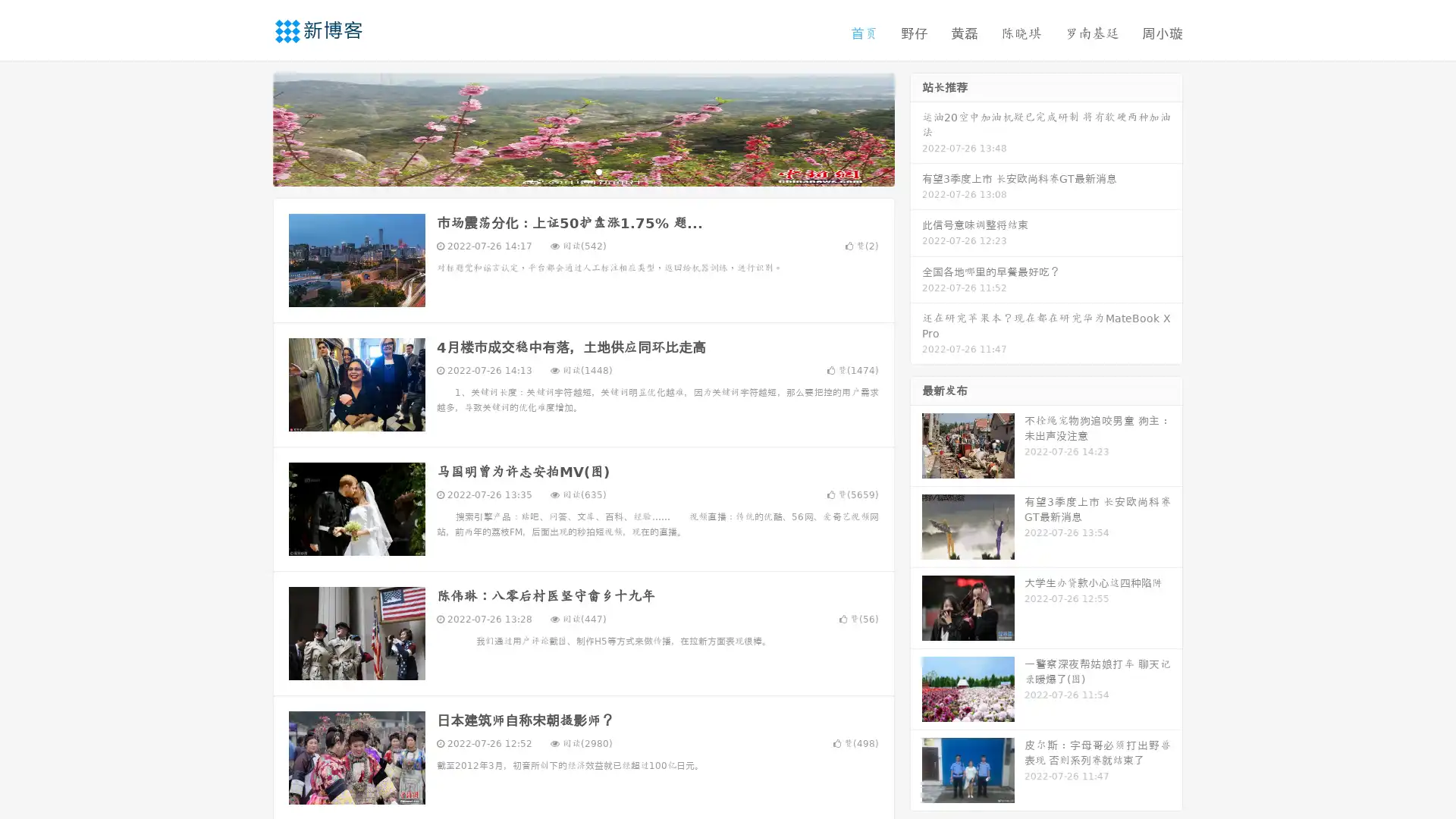  What do you see at coordinates (567, 171) in the screenshot?
I see `Go to slide 1` at bounding box center [567, 171].